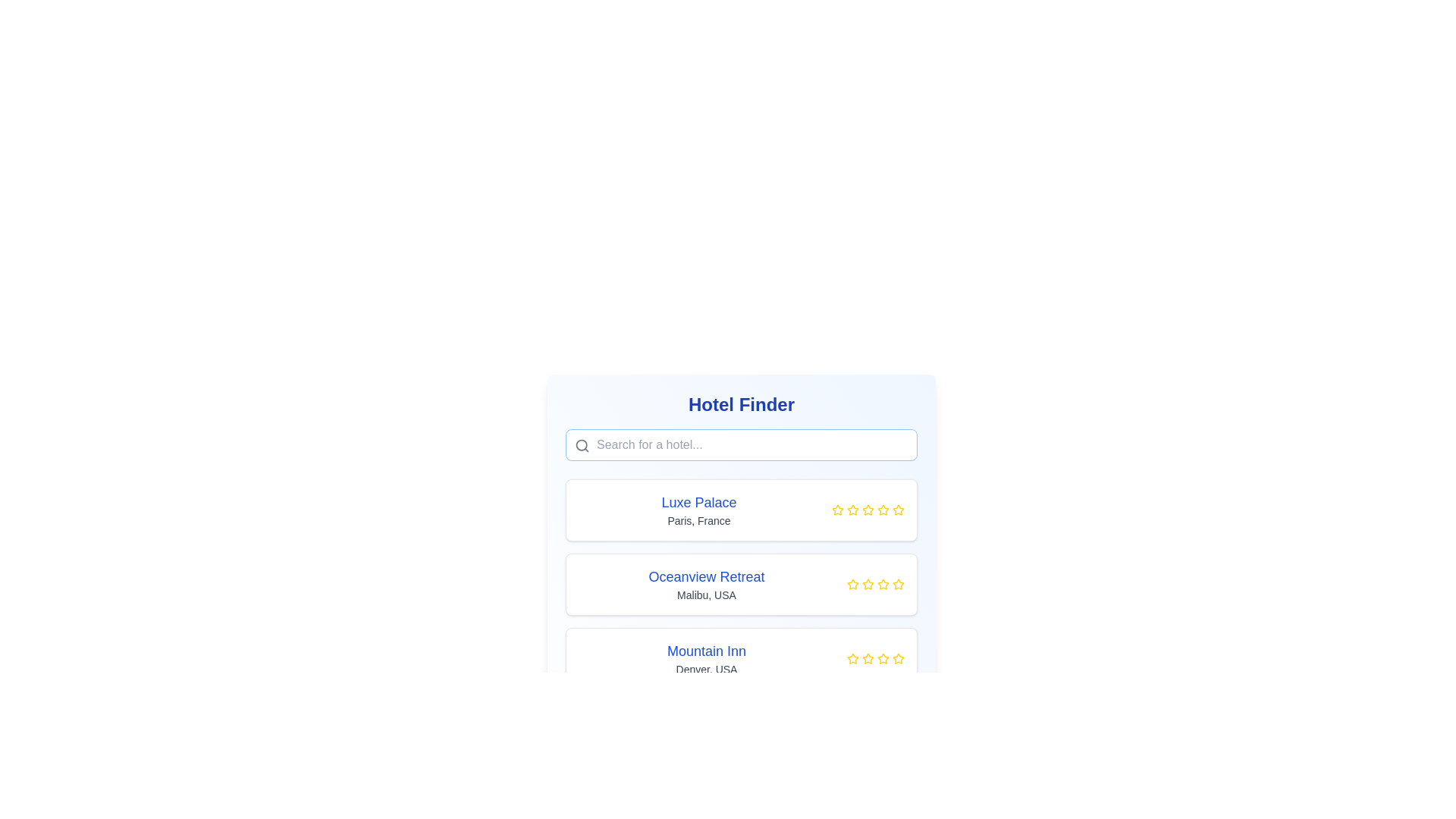  I want to click on the second yellow star in the star rating component under the 'Mountain Inn' hotel entry, so click(868, 657).